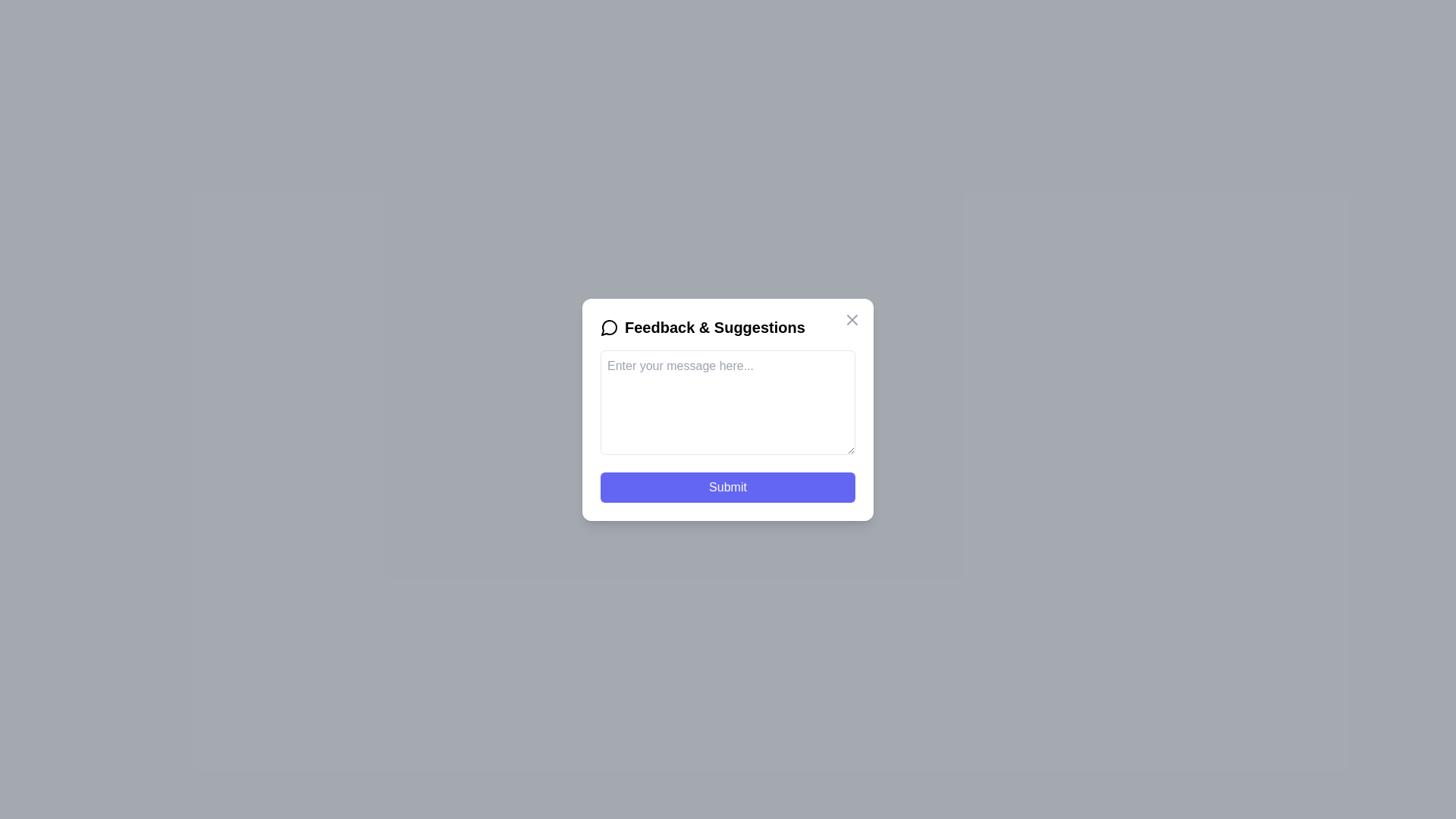  Describe the element at coordinates (852, 318) in the screenshot. I see `the close icon button (styled as an 'X') in the top-right corner of the feedback form` at that location.